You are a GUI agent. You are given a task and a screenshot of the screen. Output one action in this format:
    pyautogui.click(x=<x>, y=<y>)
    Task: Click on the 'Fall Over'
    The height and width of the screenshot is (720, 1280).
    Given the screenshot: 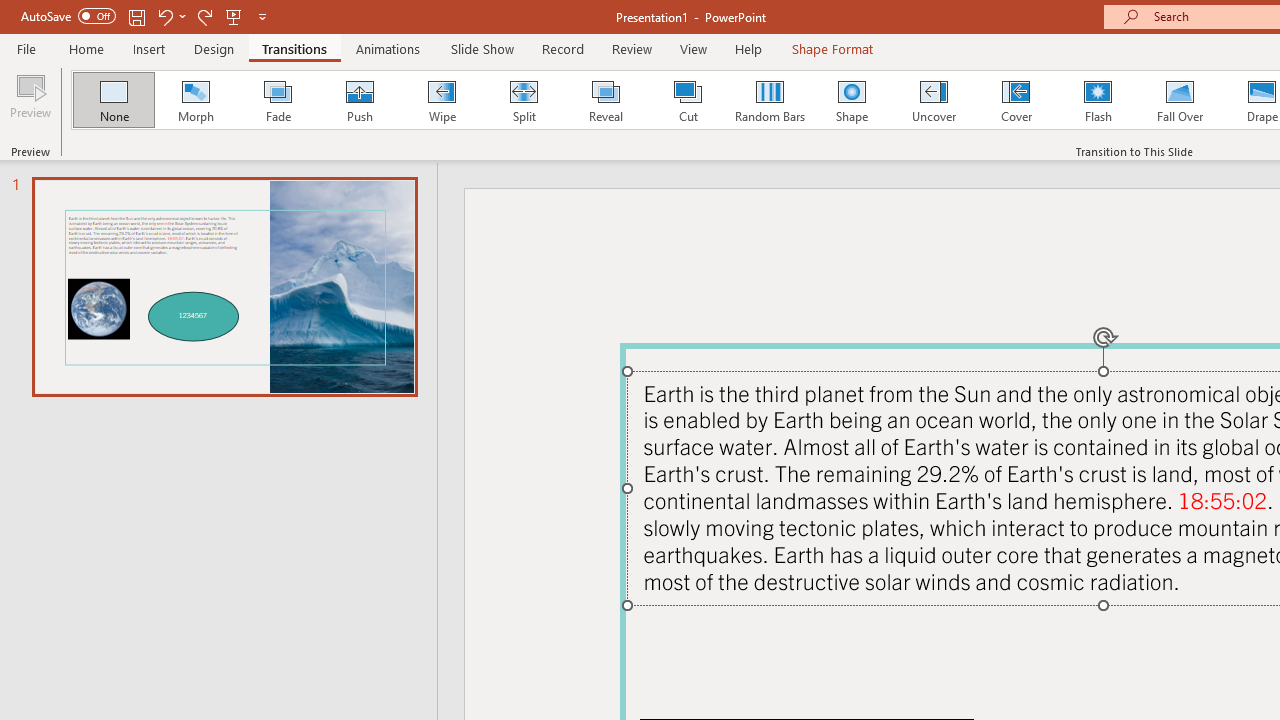 What is the action you would take?
    pyautogui.click(x=1180, y=100)
    